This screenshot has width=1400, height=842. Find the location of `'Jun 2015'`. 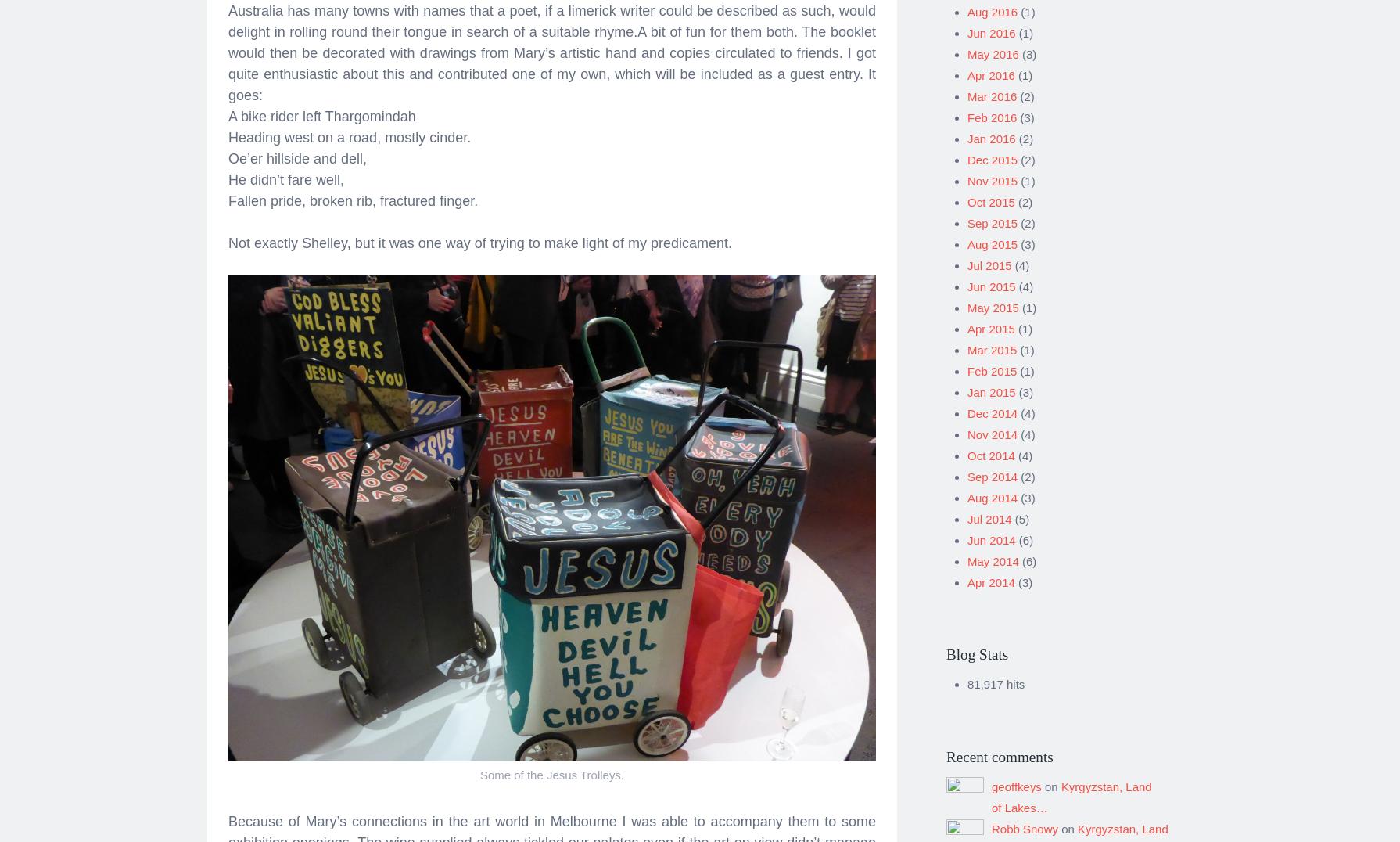

'Jun 2015' is located at coordinates (991, 280).